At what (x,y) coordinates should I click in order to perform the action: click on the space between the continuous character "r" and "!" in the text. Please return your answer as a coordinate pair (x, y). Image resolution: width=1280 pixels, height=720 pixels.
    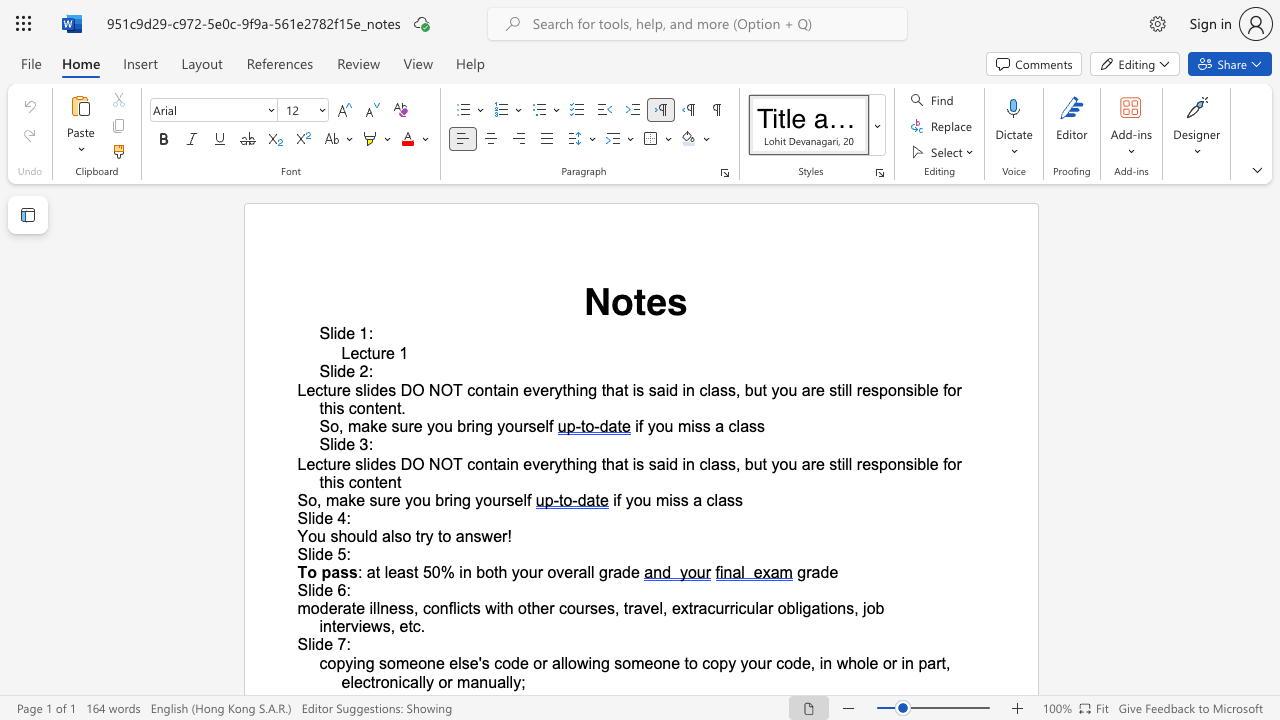
    Looking at the image, I should click on (507, 535).